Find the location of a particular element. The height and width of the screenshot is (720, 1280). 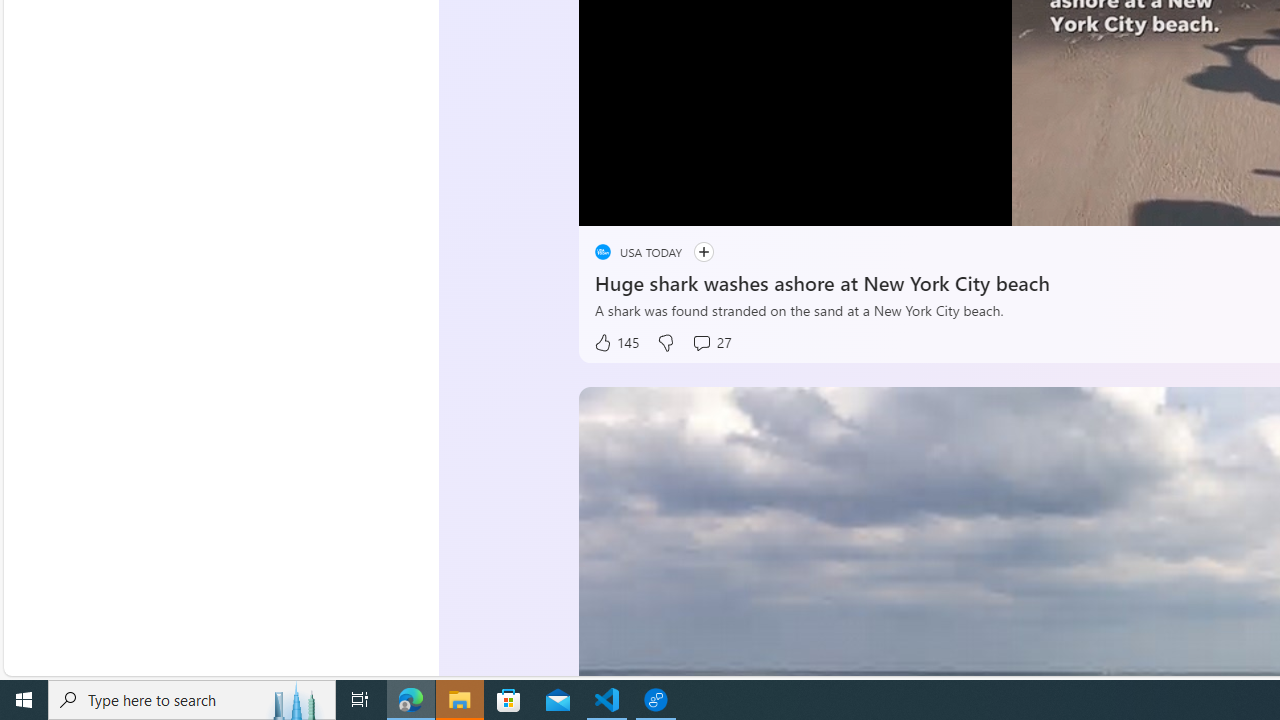

'145 Like' is located at coordinates (614, 342).